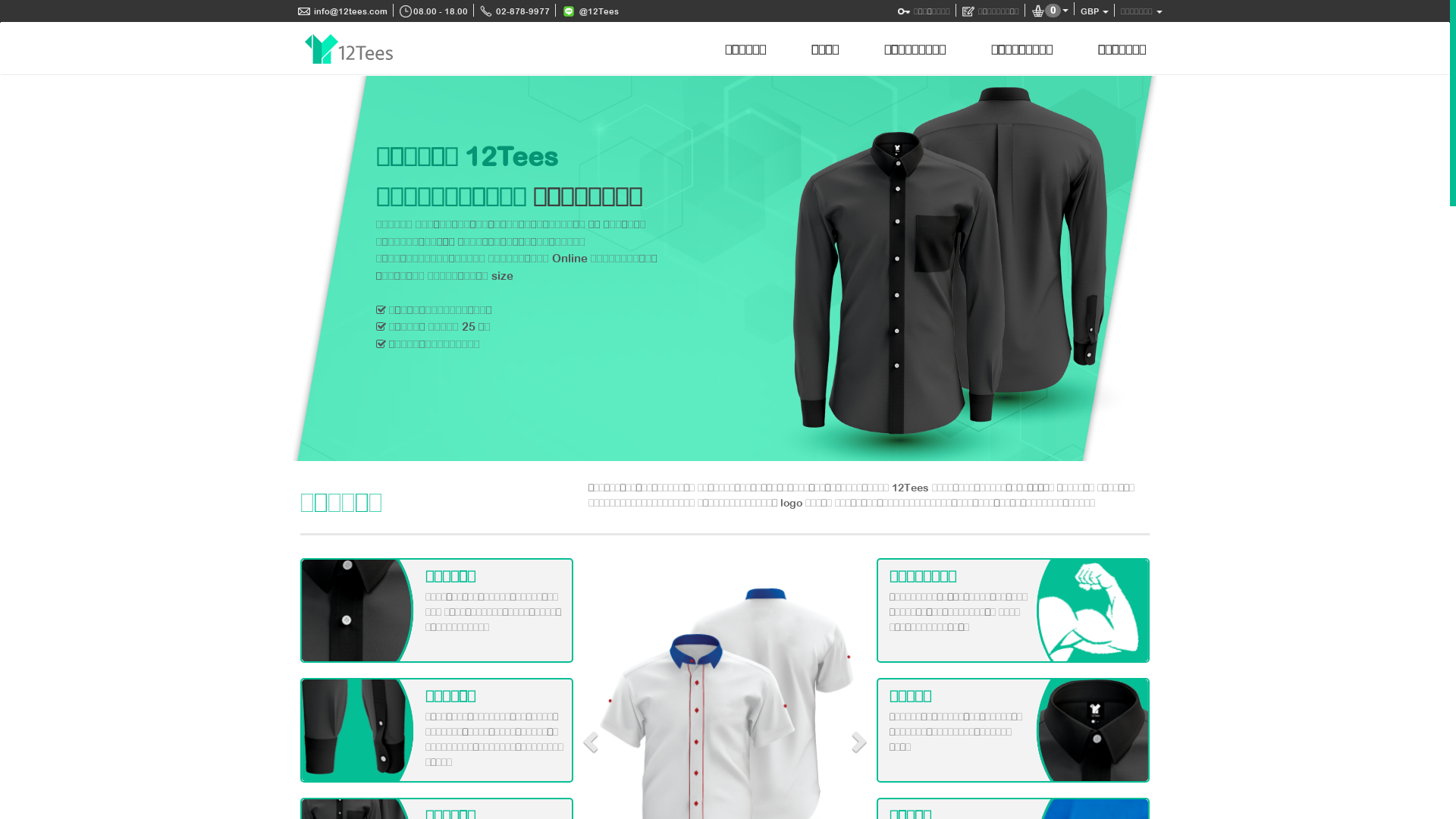 Image resolution: width=1456 pixels, height=819 pixels. I want to click on 'Prev', so click(312, 268).